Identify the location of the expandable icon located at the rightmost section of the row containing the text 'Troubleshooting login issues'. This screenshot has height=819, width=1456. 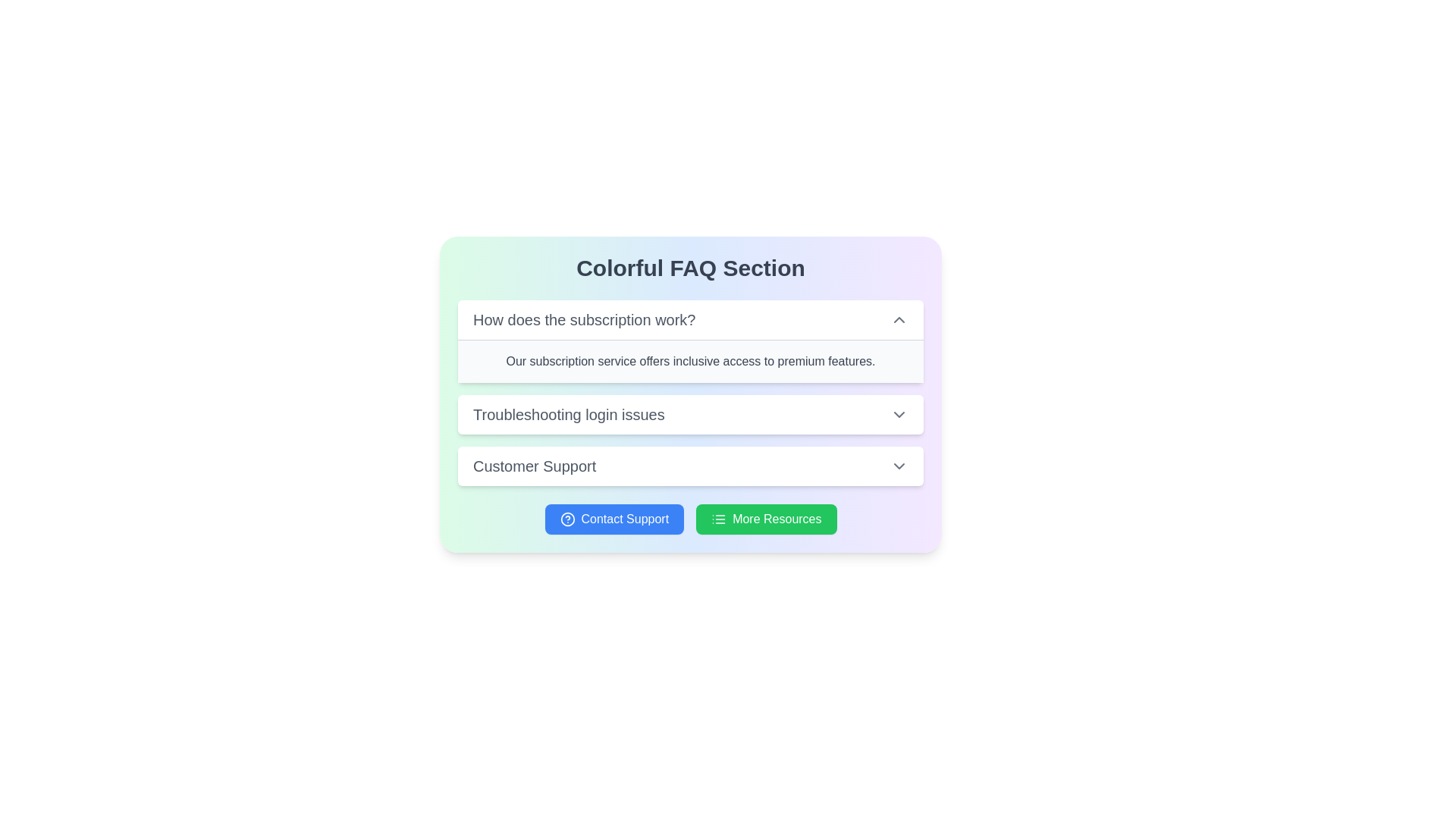
(899, 415).